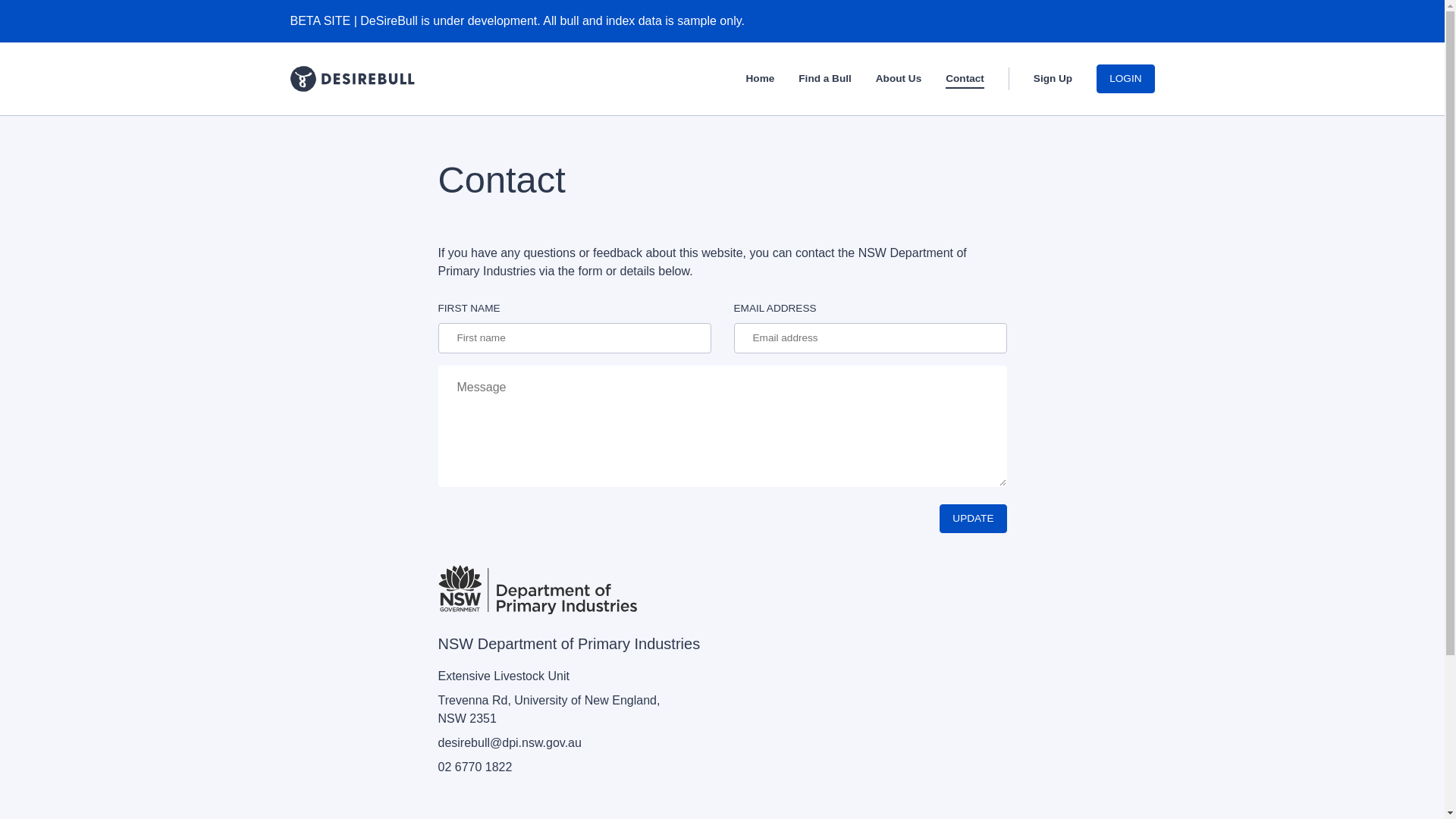 The width and height of the screenshot is (1456, 819). I want to click on 'LOGIN', so click(1125, 79).